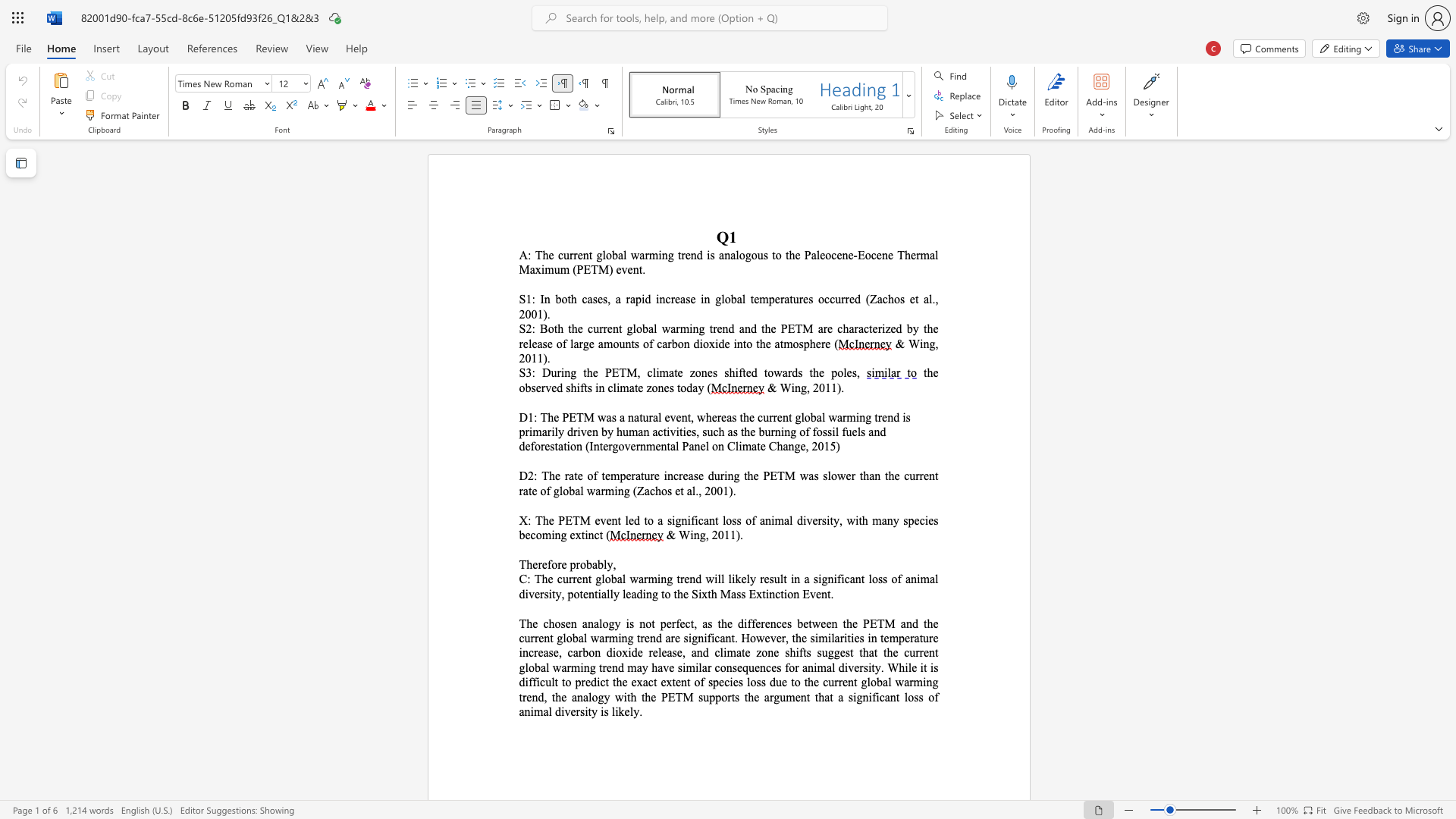 Image resolution: width=1456 pixels, height=819 pixels. Describe the element at coordinates (528, 387) in the screenshot. I see `the 1th character "b" in the text` at that location.